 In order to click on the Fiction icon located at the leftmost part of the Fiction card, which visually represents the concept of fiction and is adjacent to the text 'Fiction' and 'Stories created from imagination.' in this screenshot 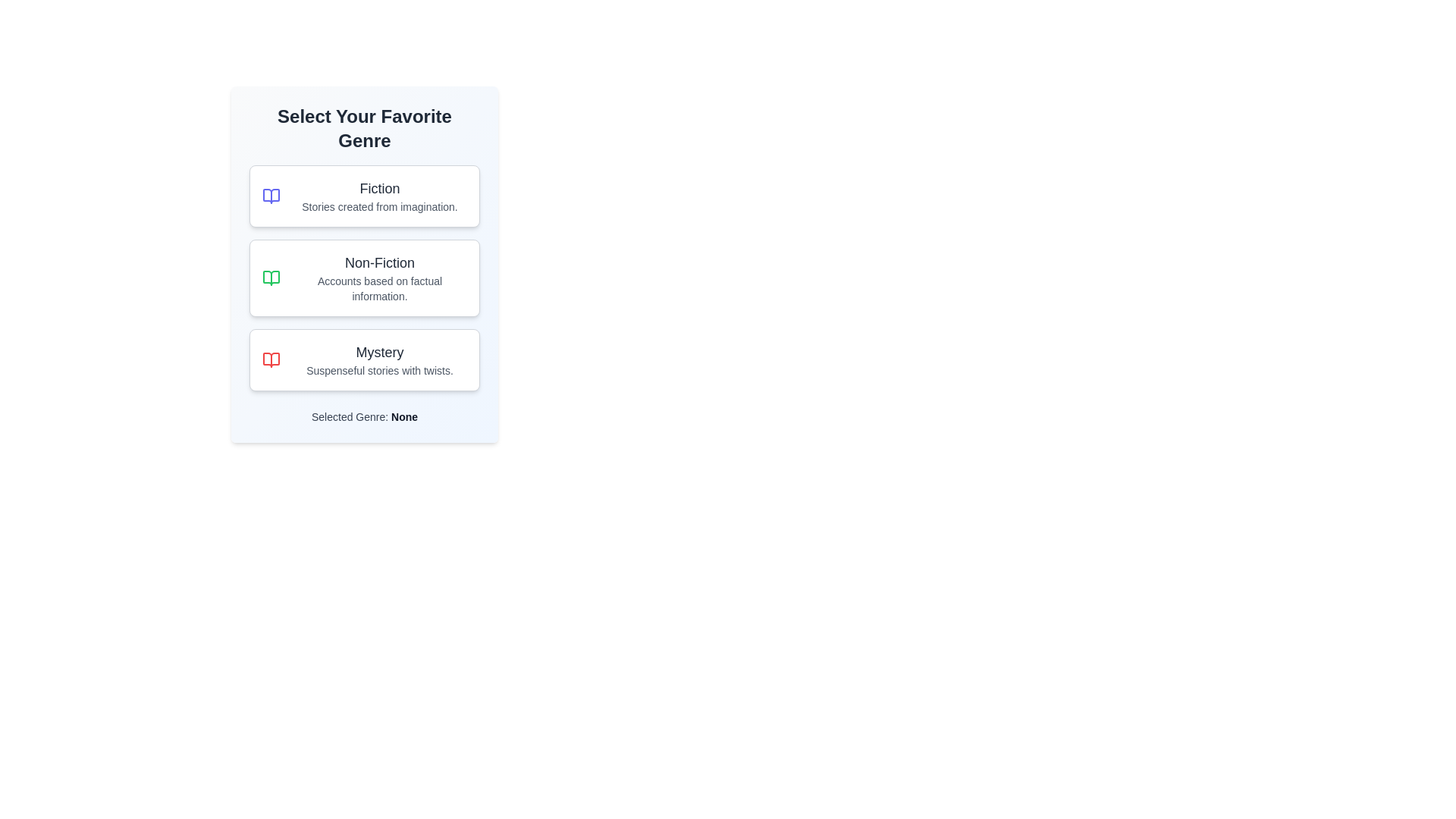, I will do `click(271, 195)`.